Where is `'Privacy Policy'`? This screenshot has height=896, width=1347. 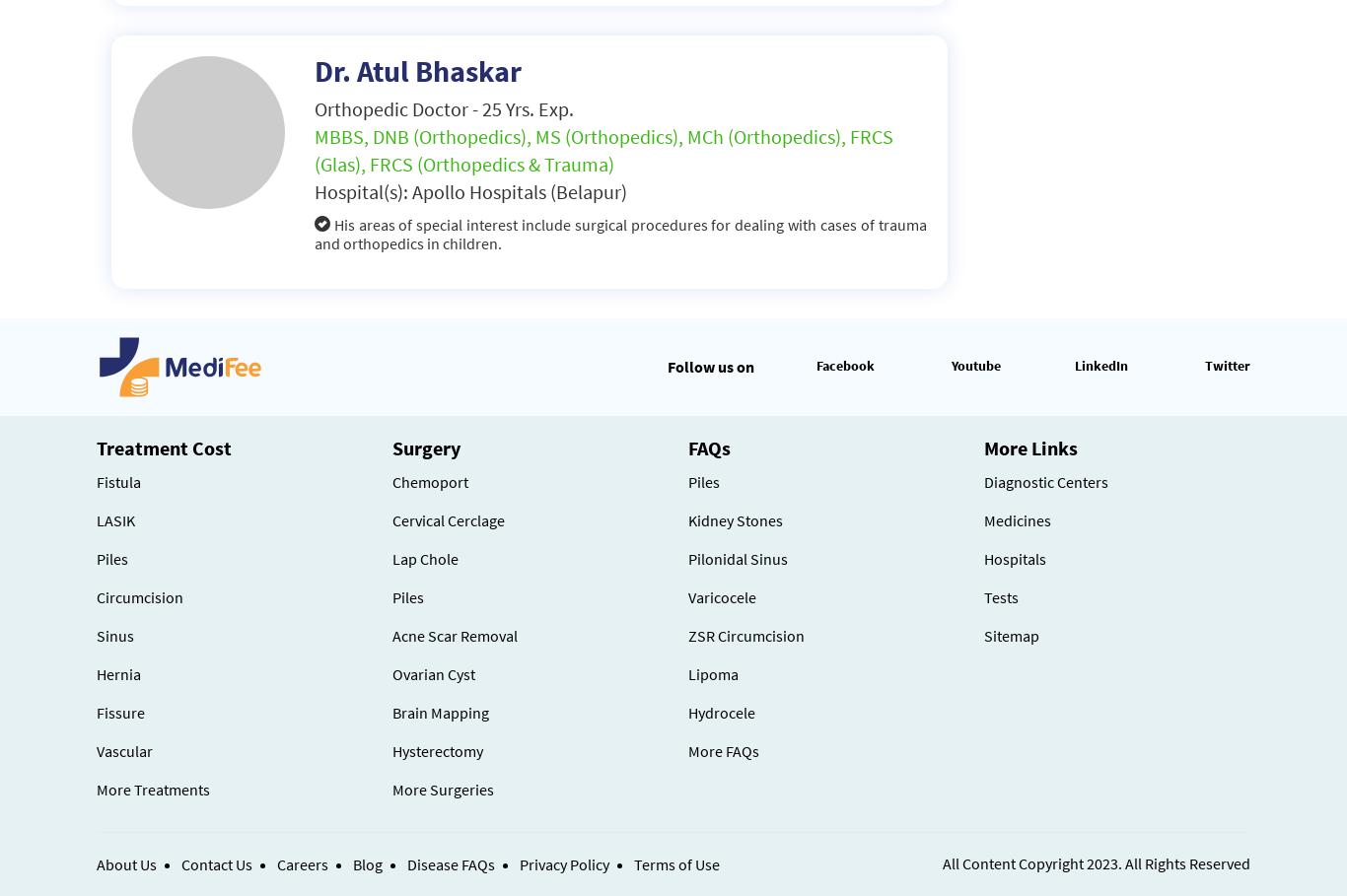 'Privacy Policy' is located at coordinates (563, 864).